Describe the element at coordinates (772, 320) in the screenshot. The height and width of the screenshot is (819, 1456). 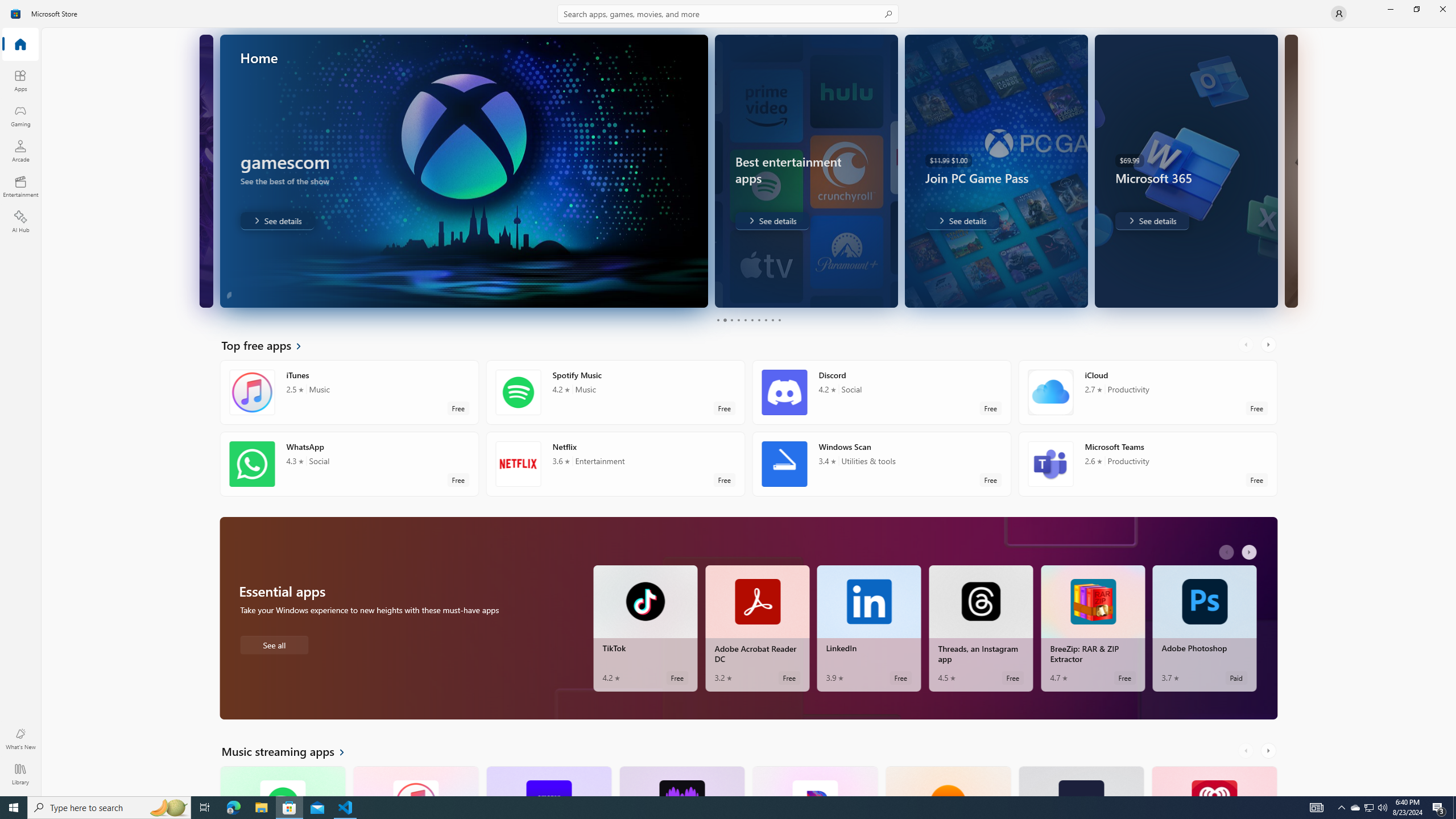
I see `'Page 9'` at that location.